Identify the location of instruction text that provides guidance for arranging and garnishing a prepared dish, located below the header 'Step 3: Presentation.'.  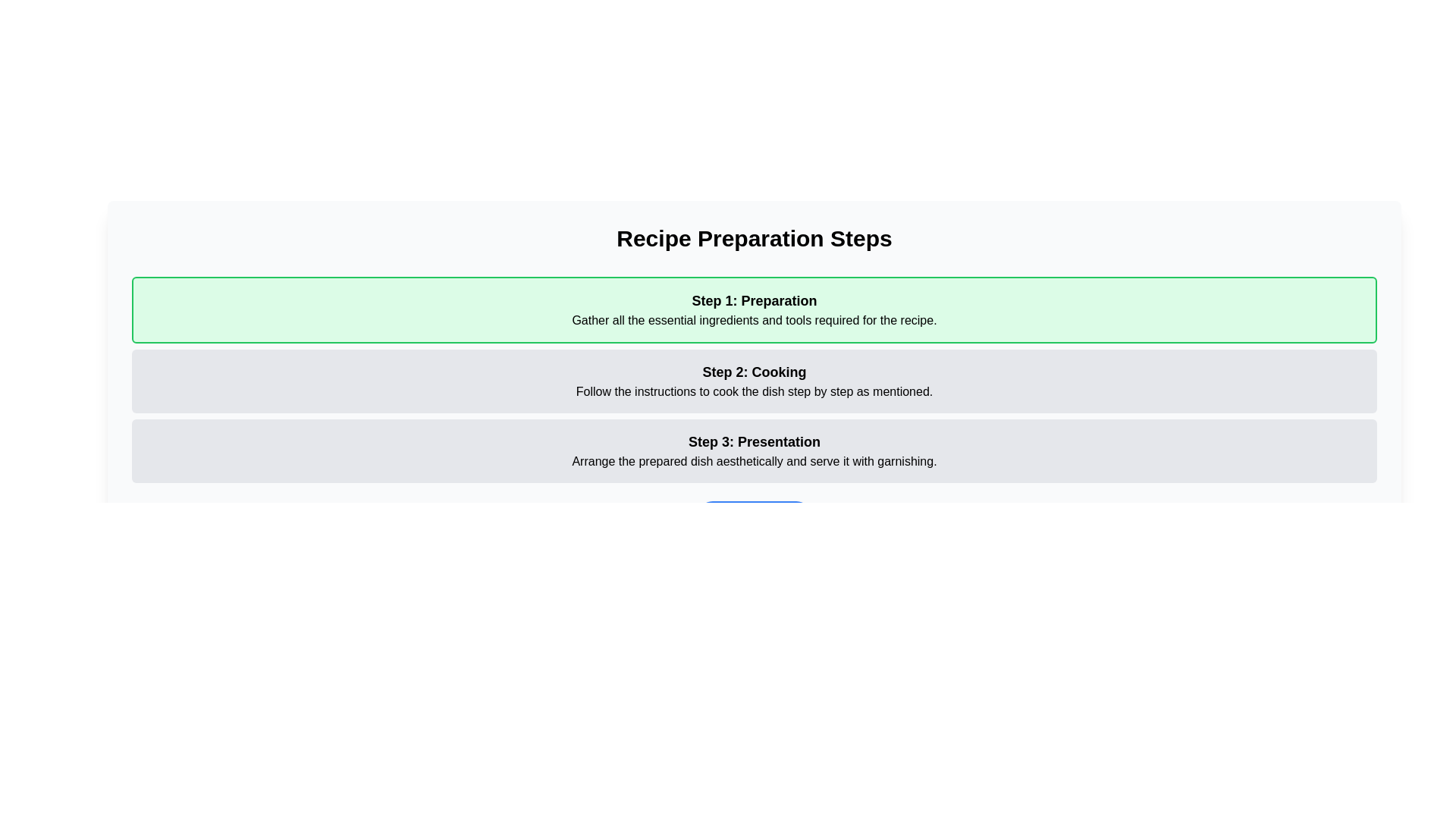
(754, 461).